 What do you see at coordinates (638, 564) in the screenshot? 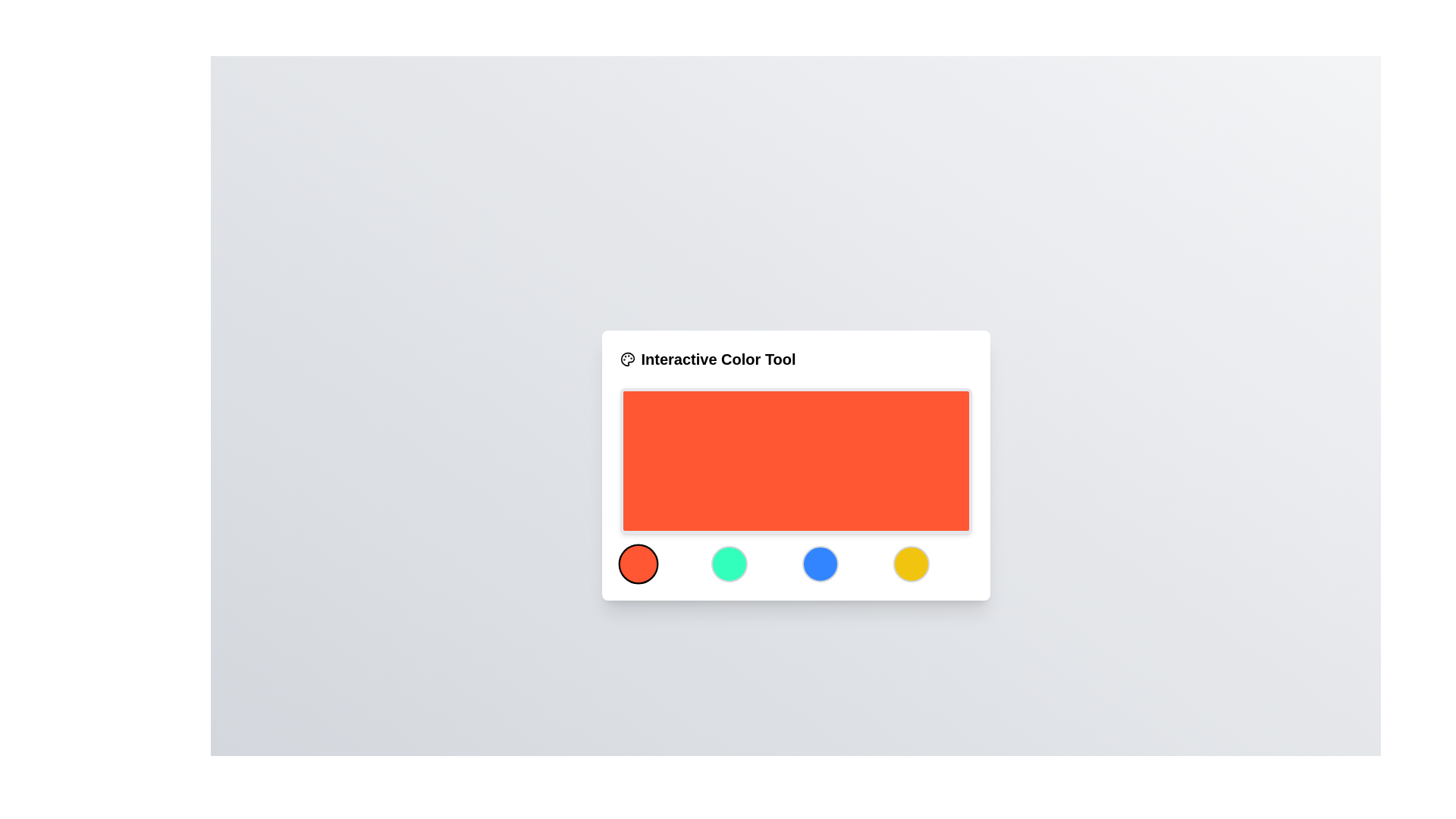
I see `the first circular color selection button located at the bottom-left corner of the card interface in the color tool, beneath the large orange rectangle and the title 'Interactive Color Tool'` at bounding box center [638, 564].